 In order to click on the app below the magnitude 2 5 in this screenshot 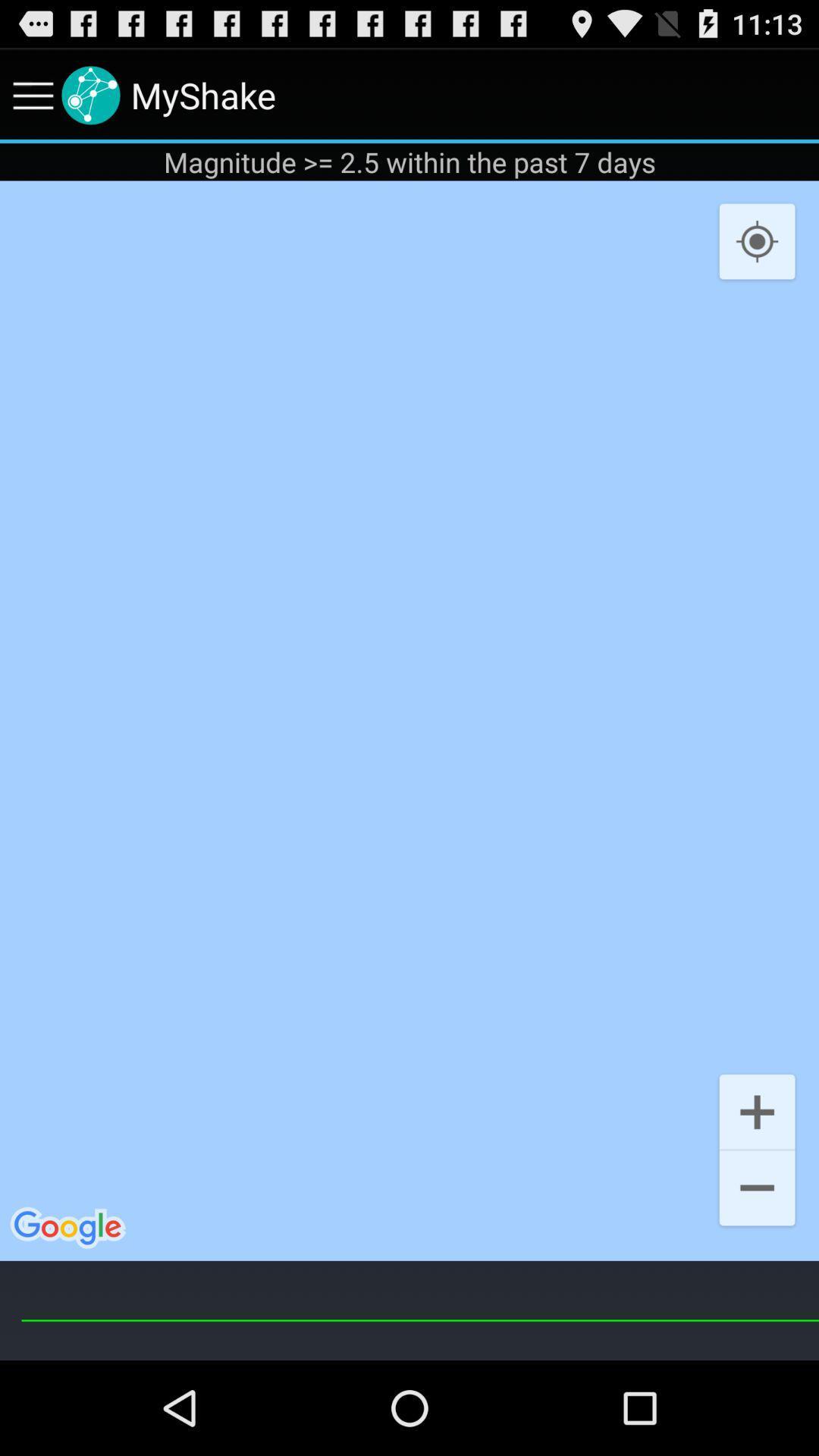, I will do `click(409, 720)`.